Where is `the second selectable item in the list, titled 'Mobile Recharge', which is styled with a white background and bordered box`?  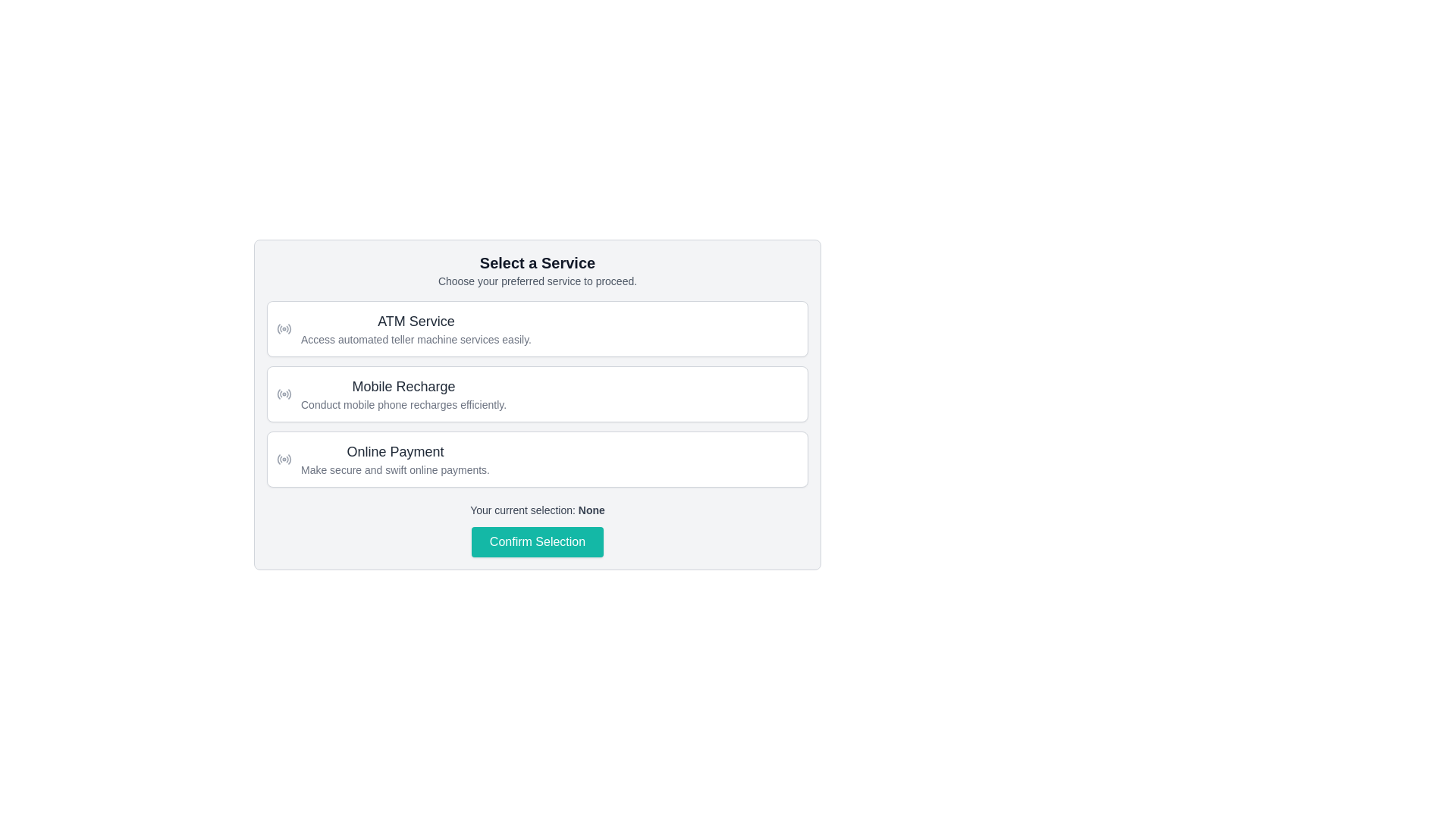
the second selectable item in the list, titled 'Mobile Recharge', which is styled with a white background and bordered box is located at coordinates (538, 394).